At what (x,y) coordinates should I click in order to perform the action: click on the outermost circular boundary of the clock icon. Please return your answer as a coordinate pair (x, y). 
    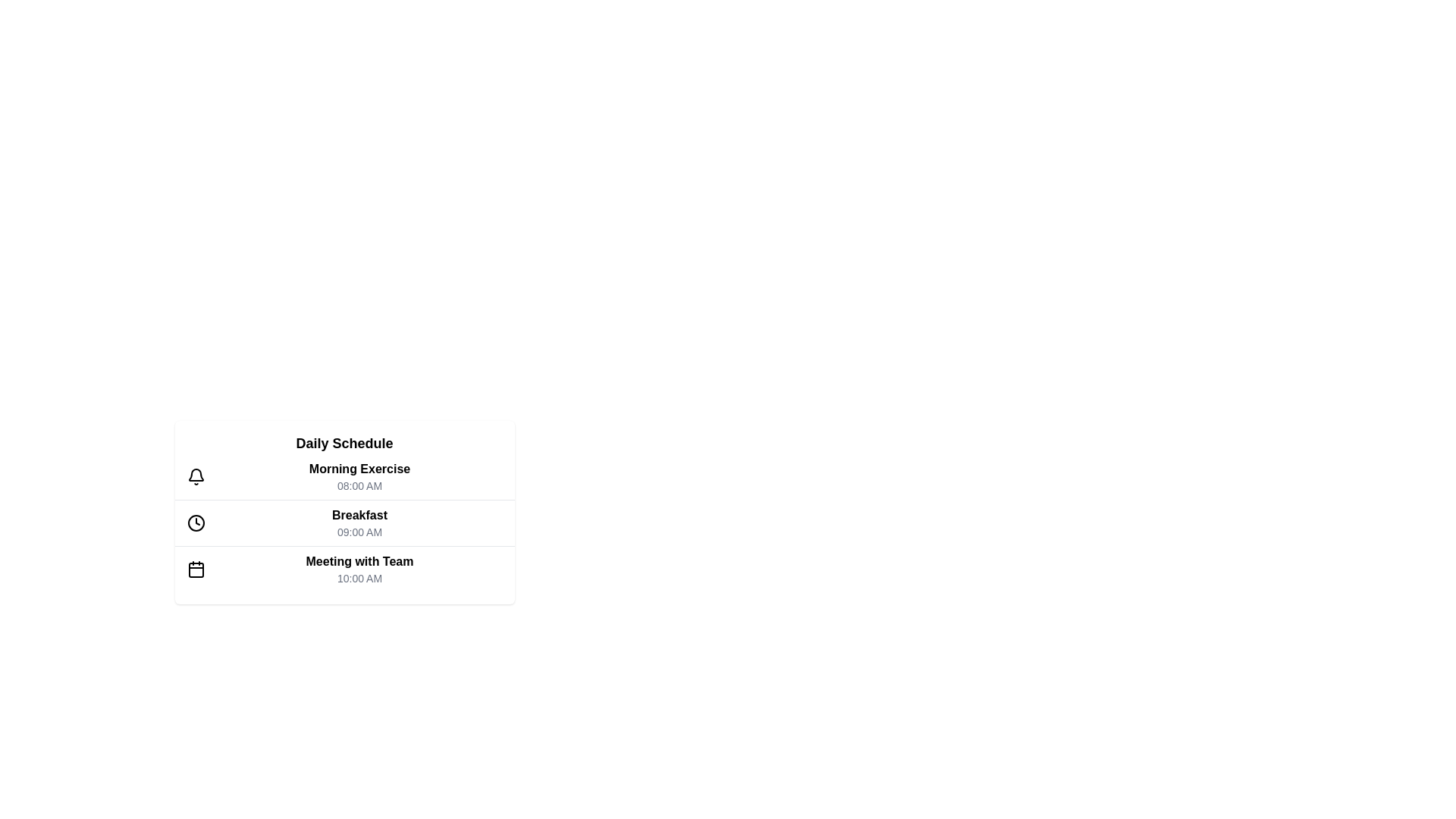
    Looking at the image, I should click on (195, 522).